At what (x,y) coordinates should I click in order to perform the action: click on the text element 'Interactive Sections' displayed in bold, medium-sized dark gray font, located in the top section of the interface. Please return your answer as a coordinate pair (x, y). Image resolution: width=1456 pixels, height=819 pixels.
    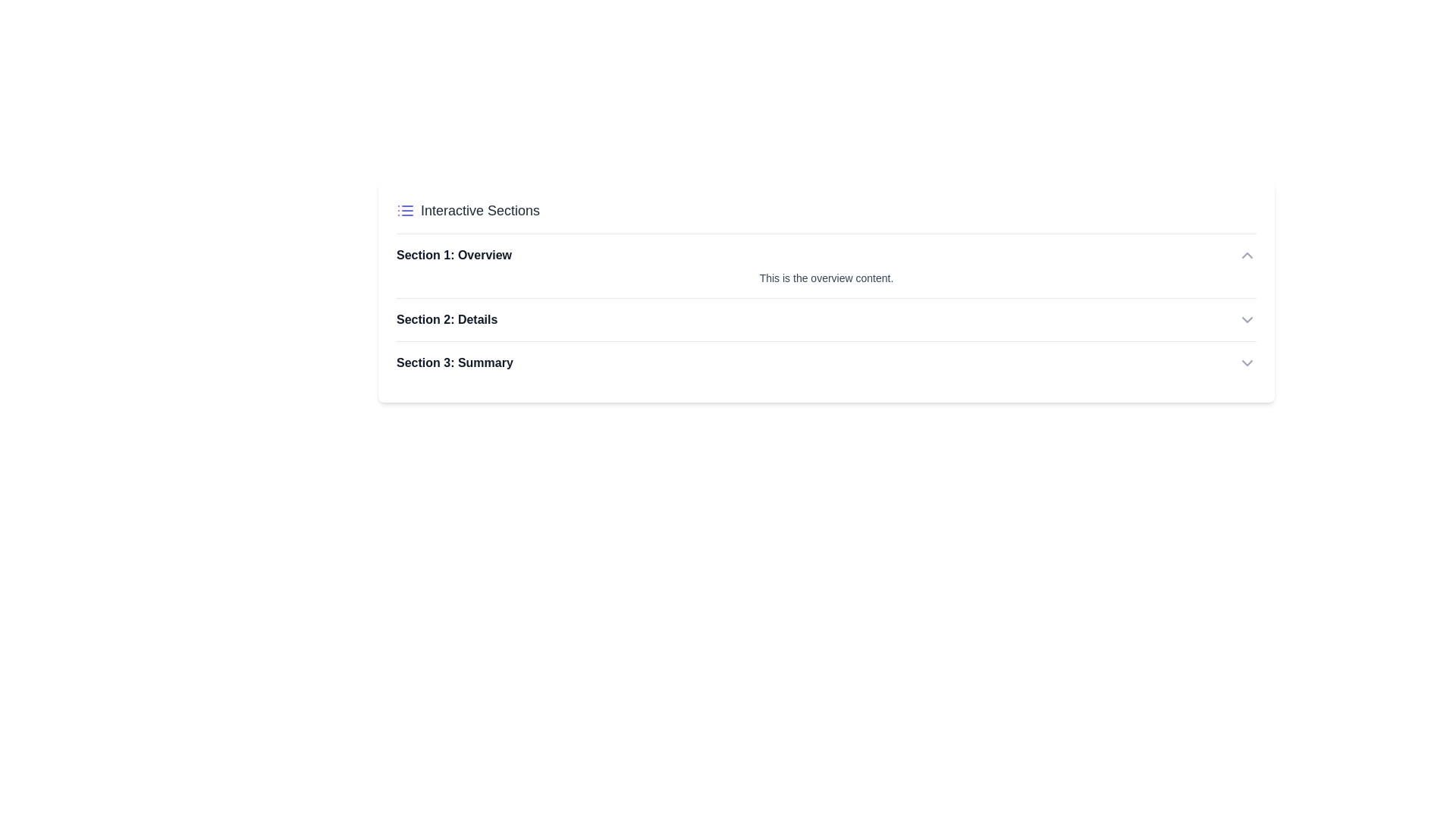
    Looking at the image, I should click on (479, 210).